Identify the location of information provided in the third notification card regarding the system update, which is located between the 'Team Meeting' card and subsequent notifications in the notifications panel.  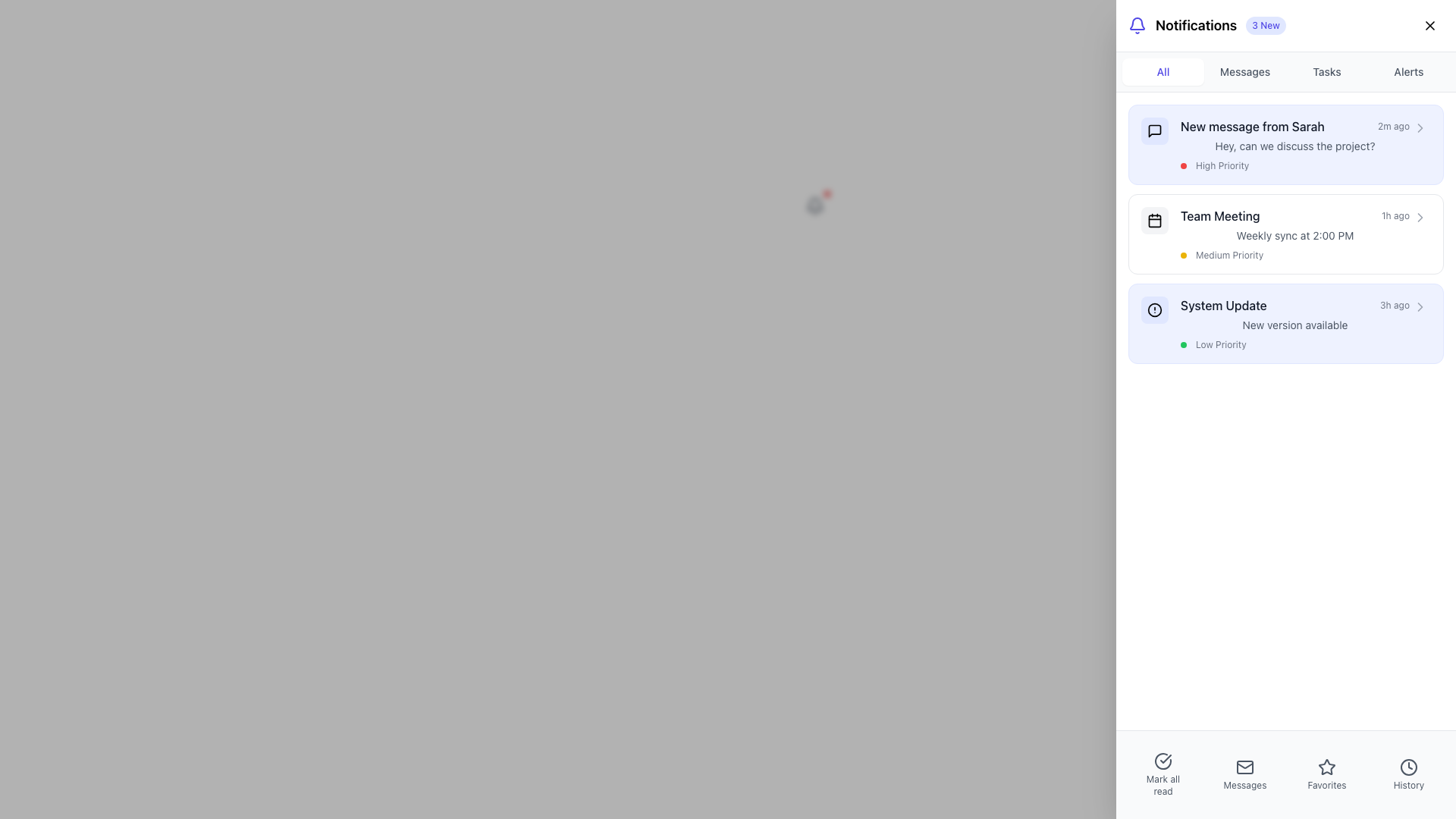
(1285, 323).